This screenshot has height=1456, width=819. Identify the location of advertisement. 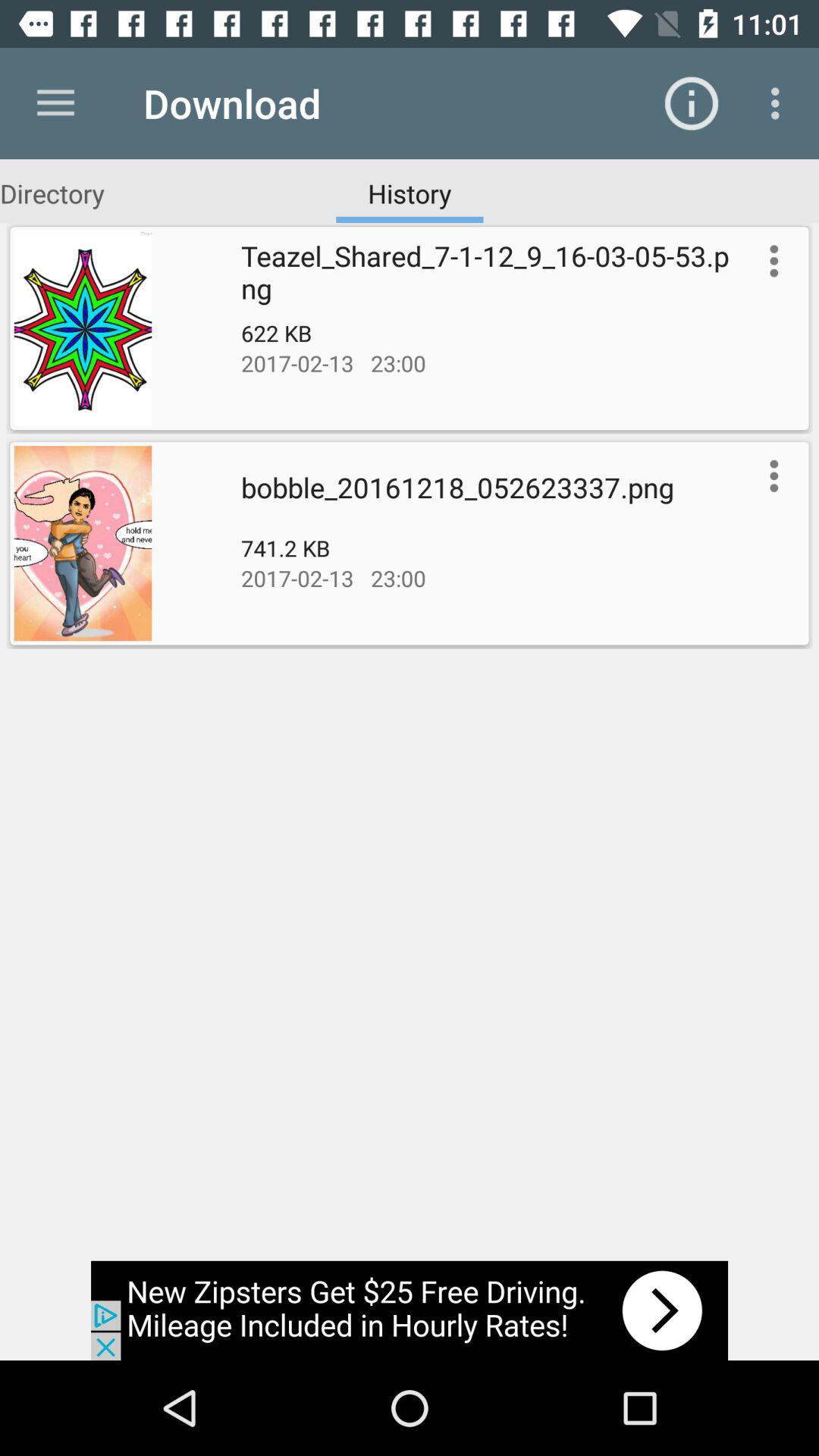
(409, 1310).